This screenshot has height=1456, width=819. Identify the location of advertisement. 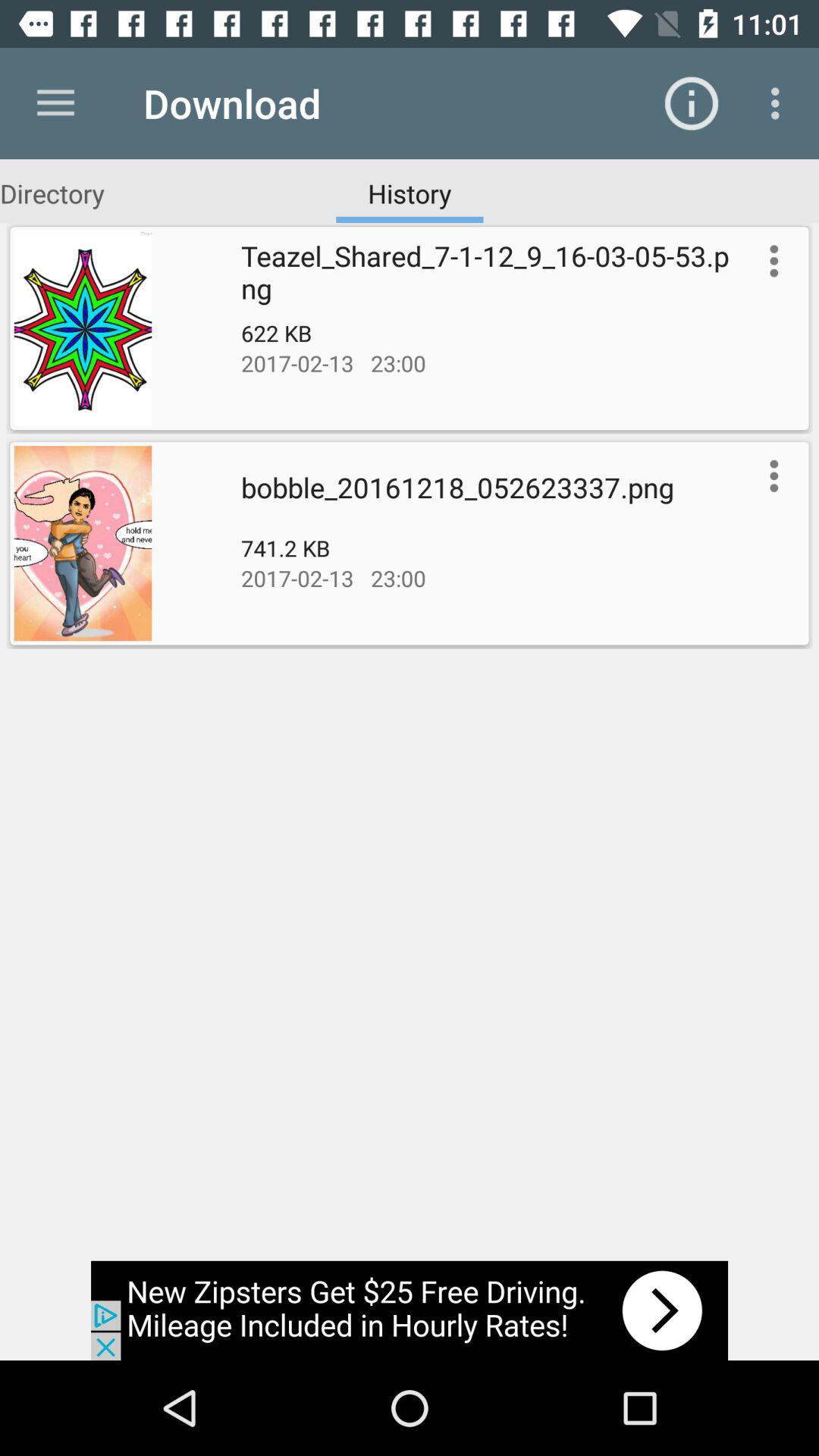
(409, 1310).